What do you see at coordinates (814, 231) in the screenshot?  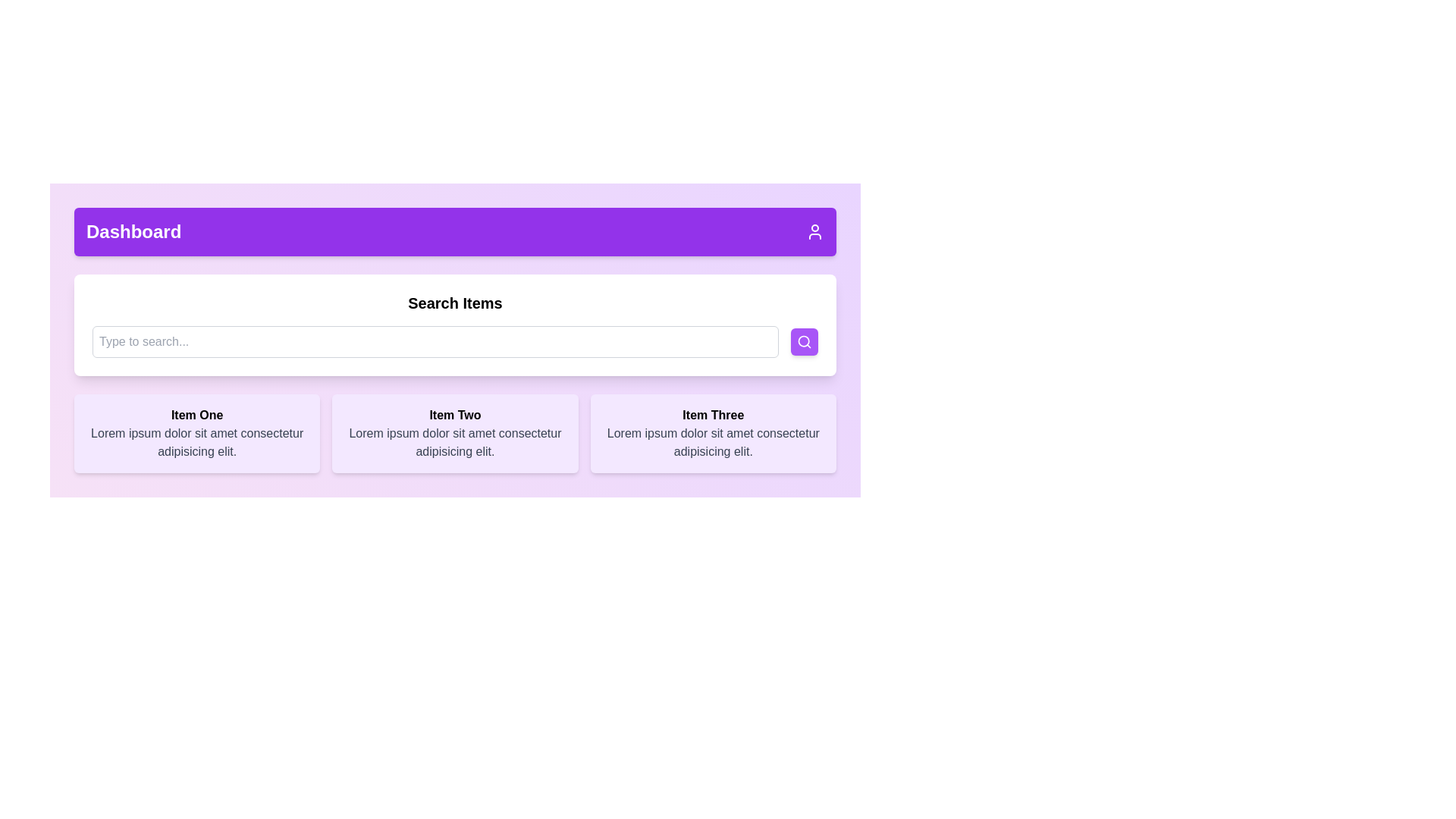 I see `the outlined user icon button on the rightmost position of the purple header bar` at bounding box center [814, 231].